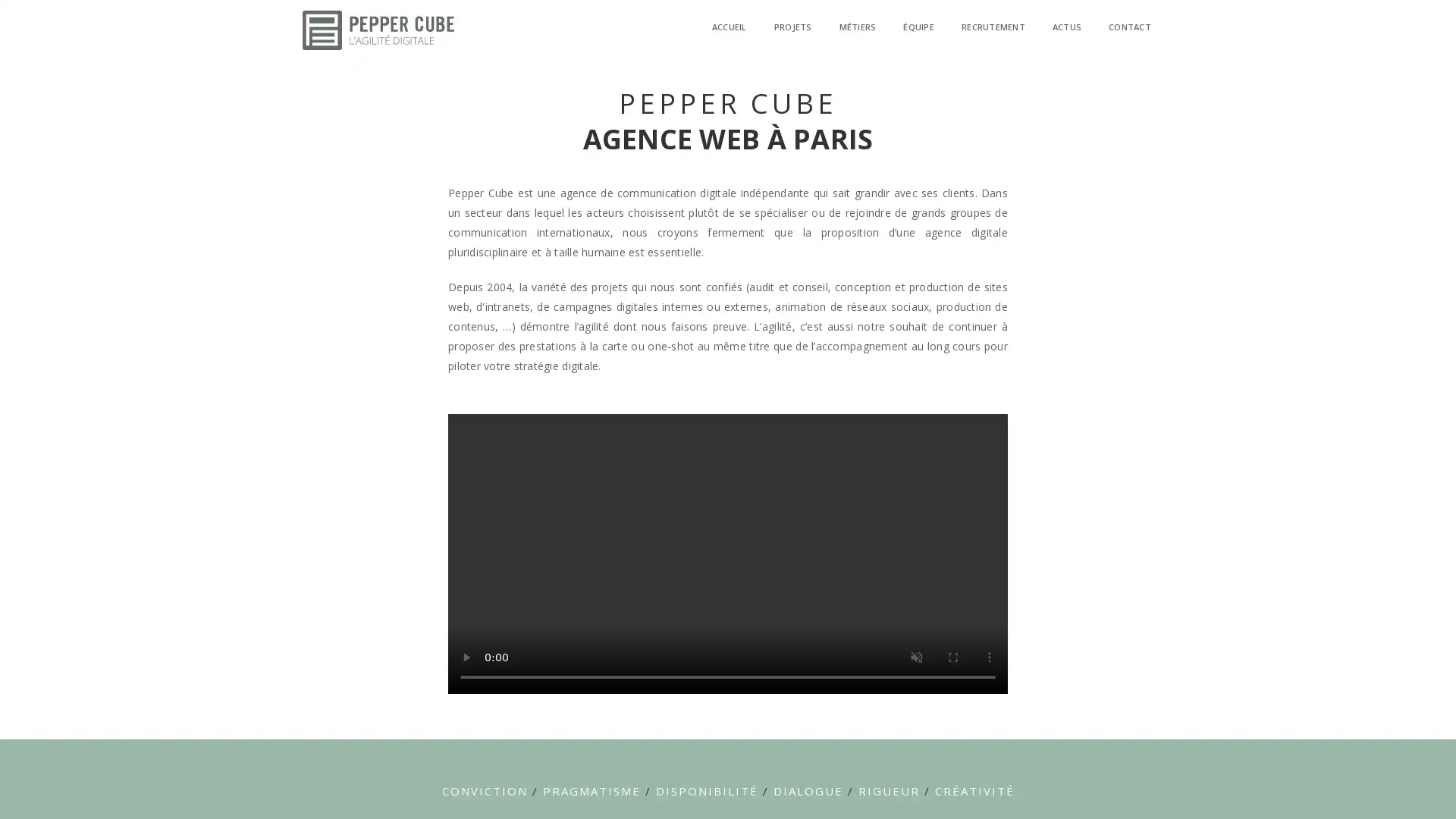  I want to click on unmute, so click(916, 657).